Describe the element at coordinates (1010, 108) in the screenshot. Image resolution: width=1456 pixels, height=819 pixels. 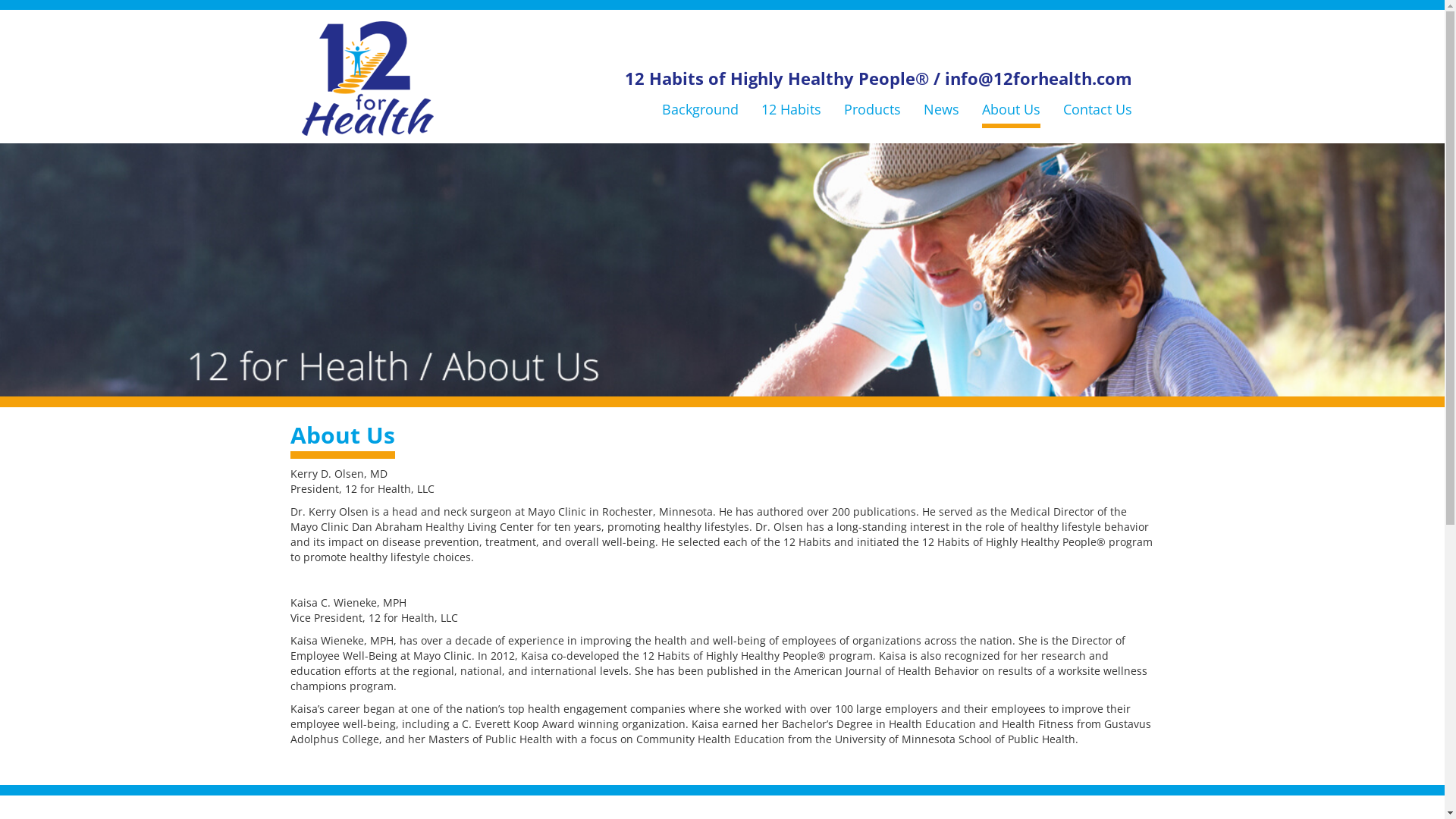
I see `'About Us'` at that location.